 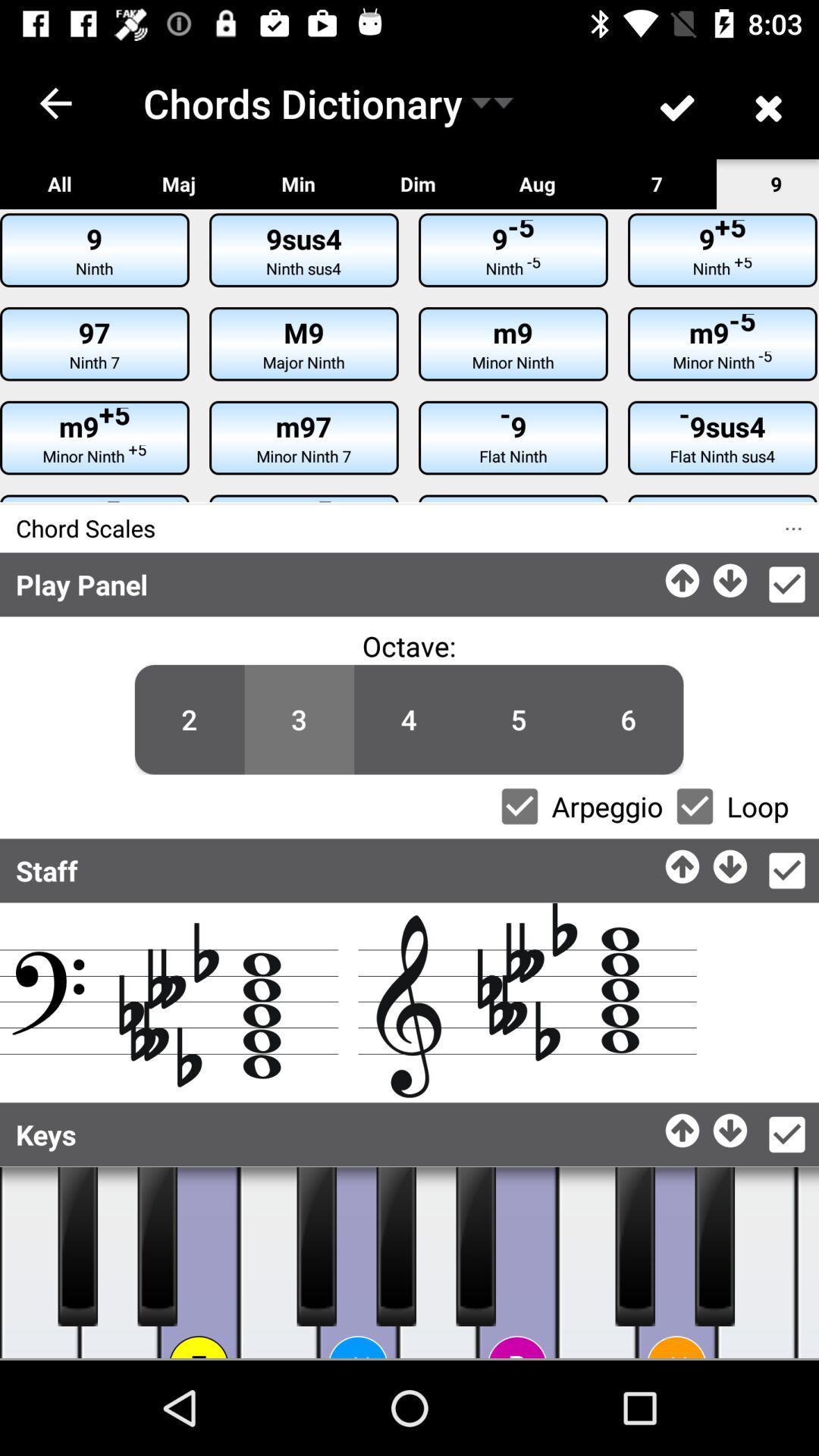 What do you see at coordinates (438, 1263) in the screenshot?
I see `key of a music instrument` at bounding box center [438, 1263].